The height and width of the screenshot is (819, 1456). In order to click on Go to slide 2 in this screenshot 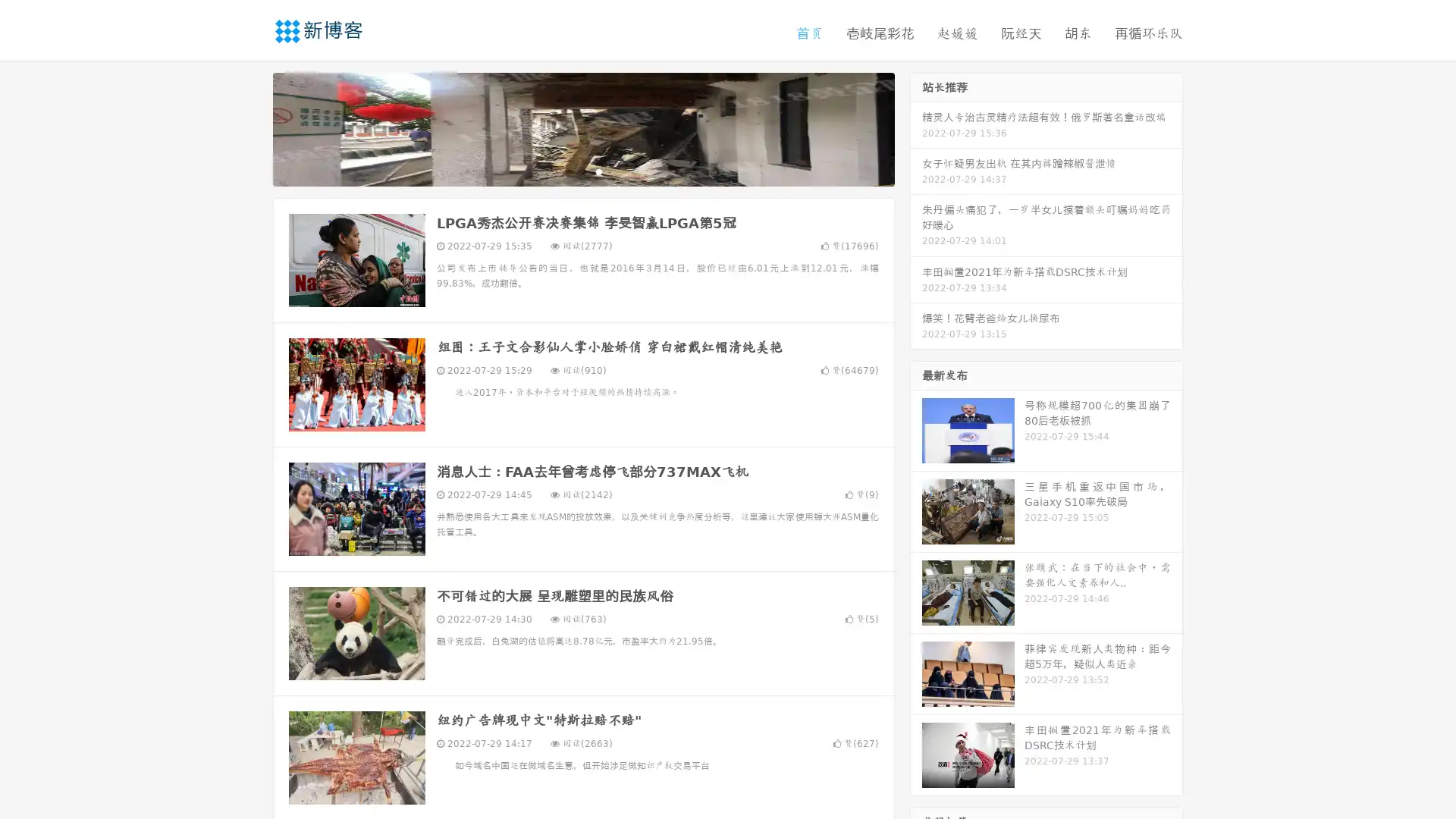, I will do `click(582, 171)`.